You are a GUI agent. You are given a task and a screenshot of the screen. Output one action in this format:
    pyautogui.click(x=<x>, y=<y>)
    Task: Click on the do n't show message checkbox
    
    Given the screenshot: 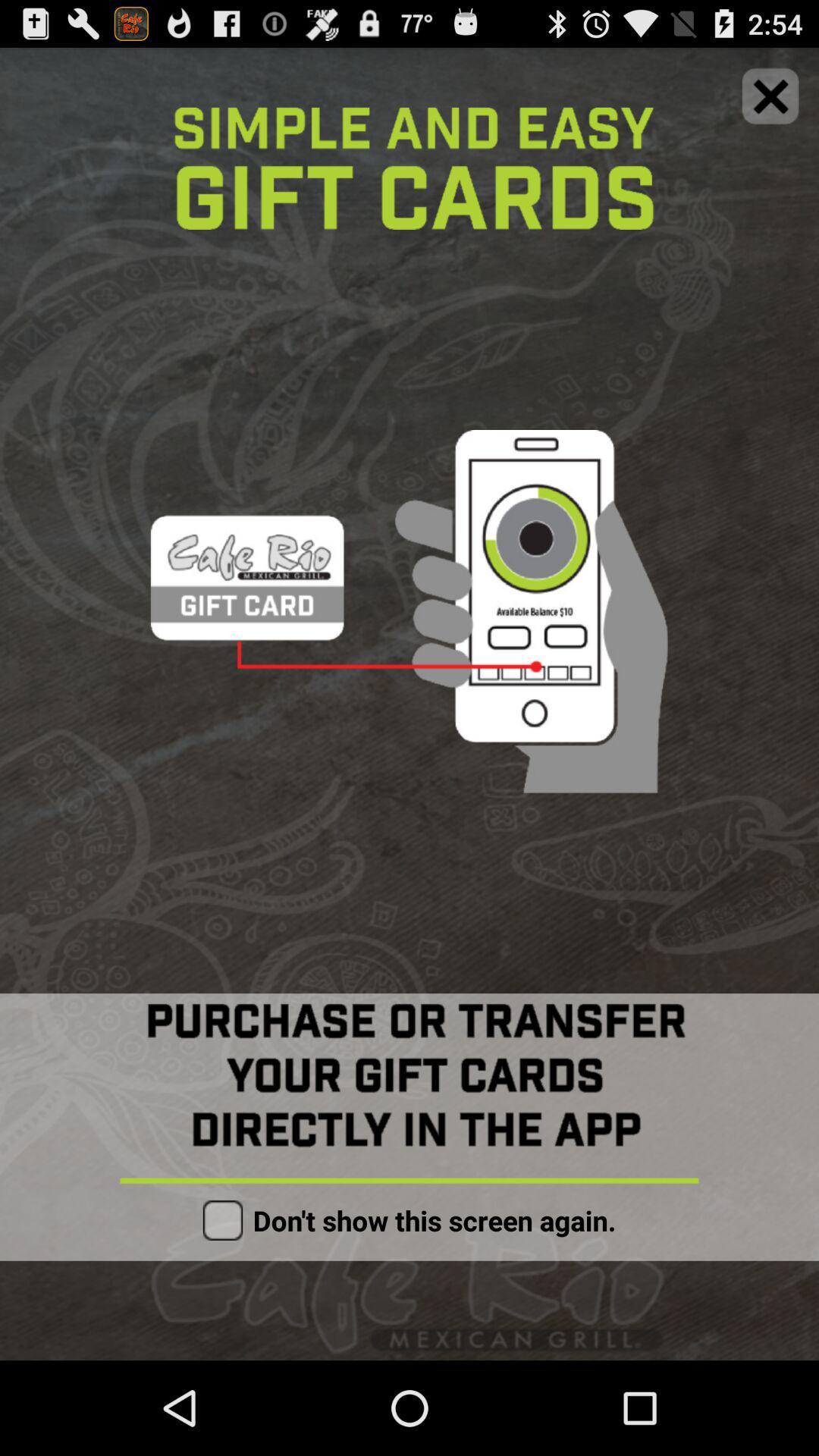 What is the action you would take?
    pyautogui.click(x=222, y=1220)
    